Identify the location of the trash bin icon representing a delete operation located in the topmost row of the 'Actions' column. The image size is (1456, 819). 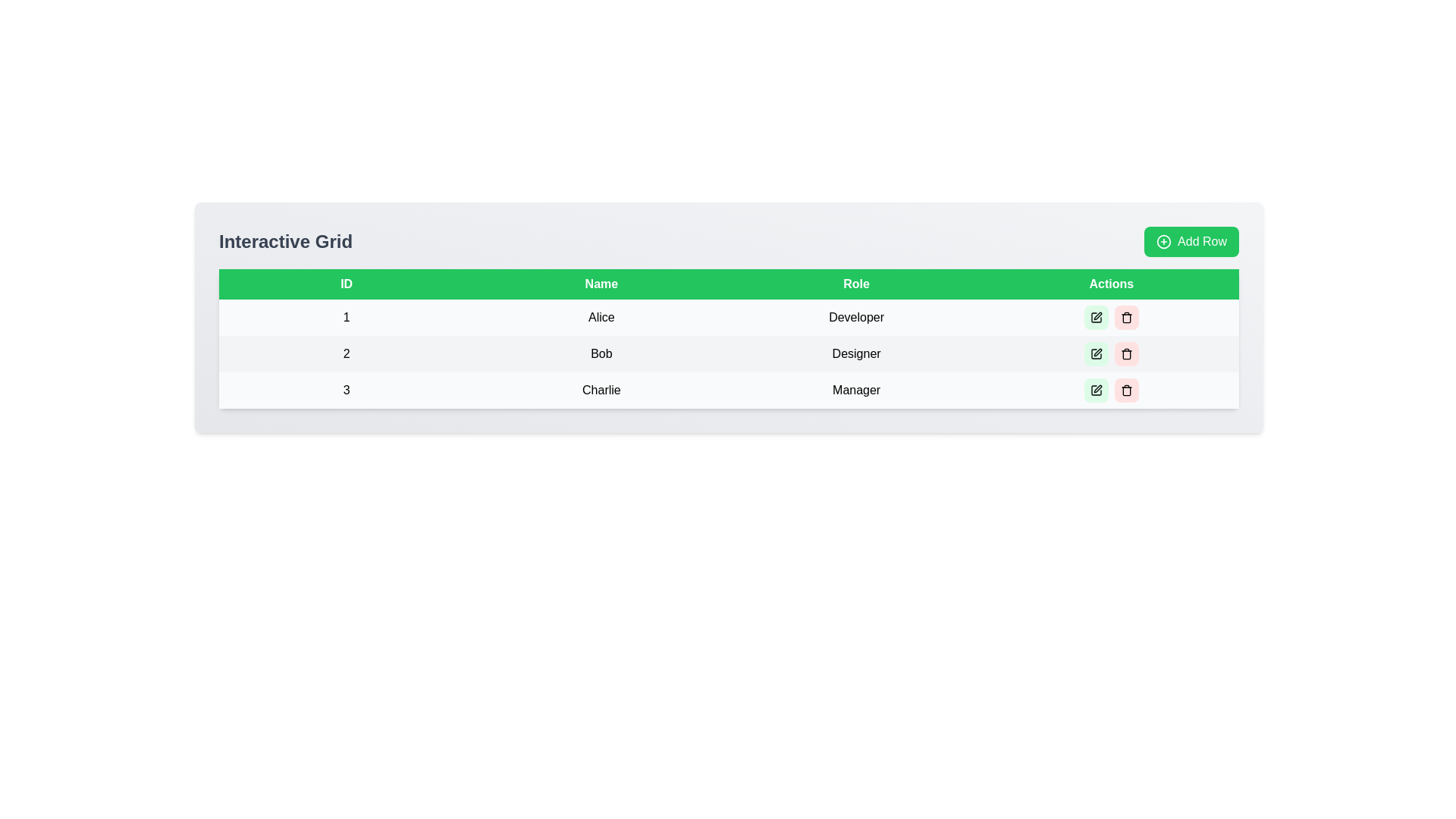
(1126, 317).